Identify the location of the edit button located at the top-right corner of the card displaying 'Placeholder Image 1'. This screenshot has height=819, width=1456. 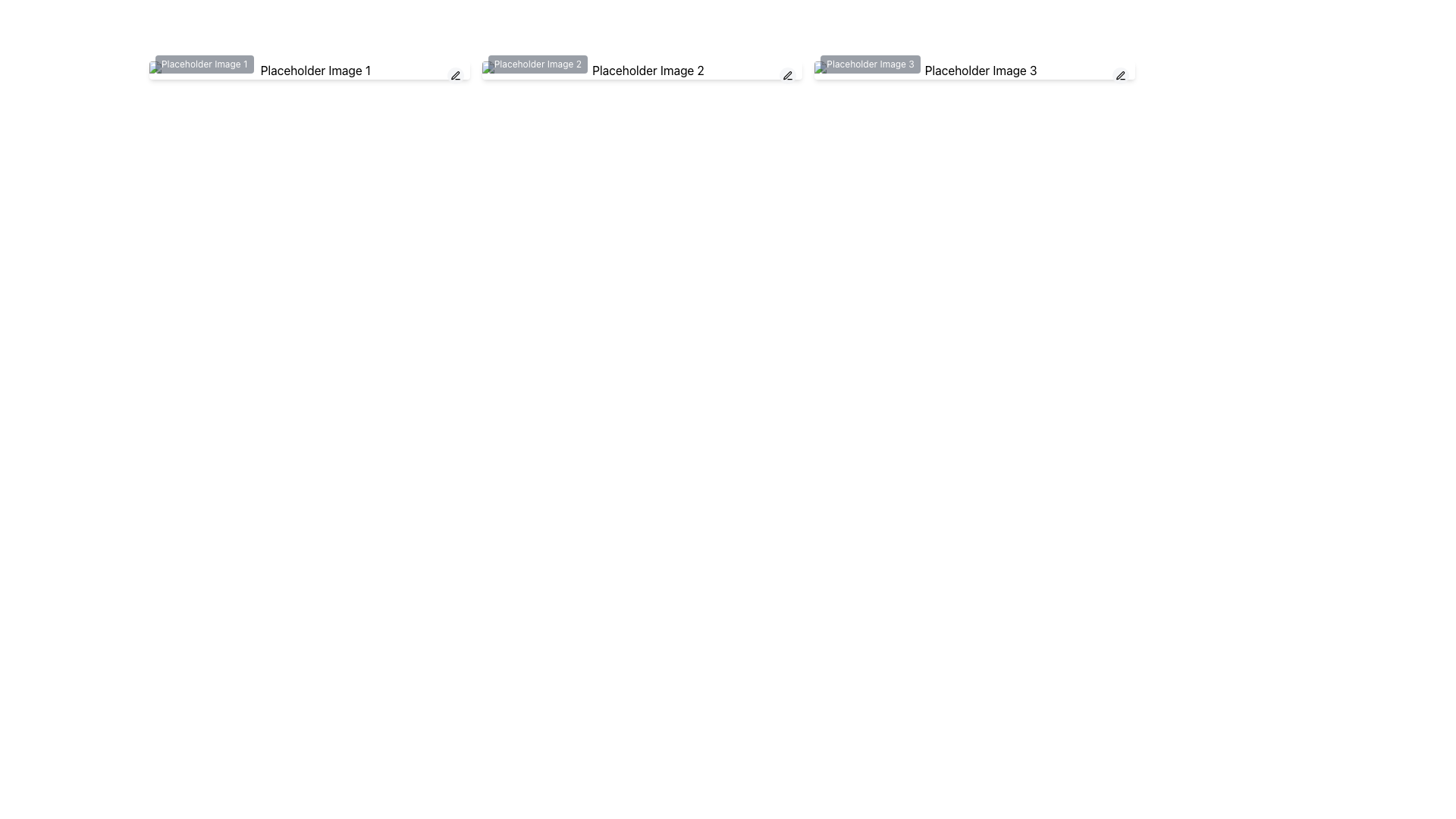
(454, 76).